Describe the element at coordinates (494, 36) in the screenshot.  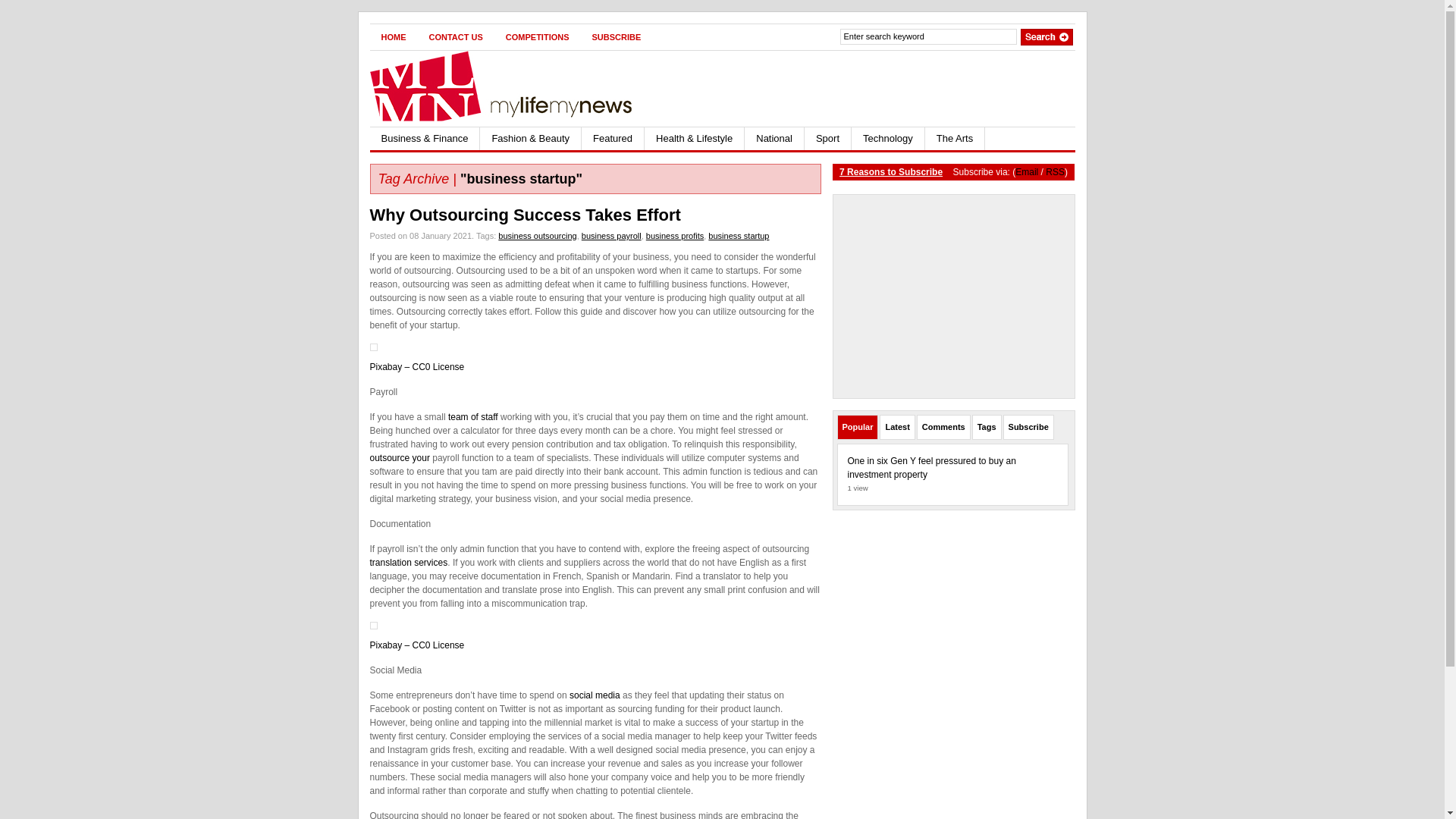
I see `'COMPETITIONS'` at that location.